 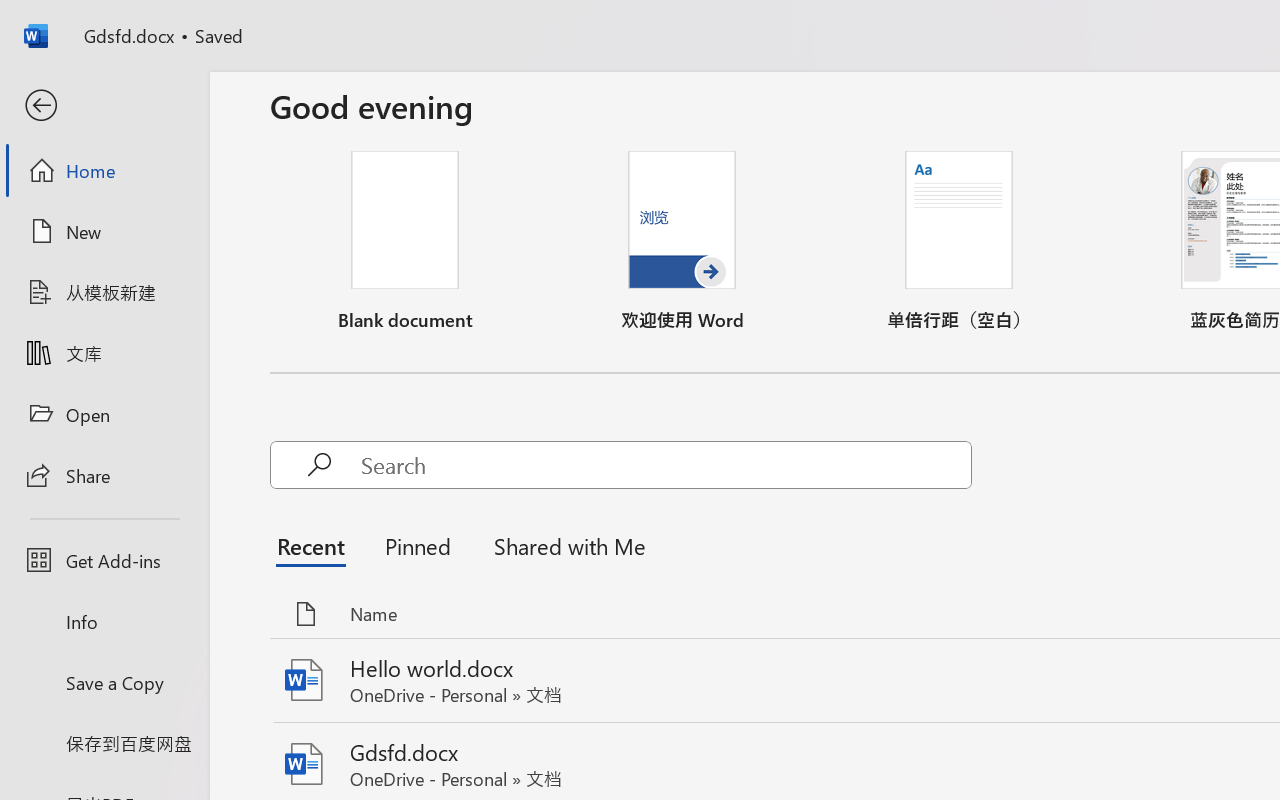 What do you see at coordinates (103, 231) in the screenshot?
I see `'New'` at bounding box center [103, 231].